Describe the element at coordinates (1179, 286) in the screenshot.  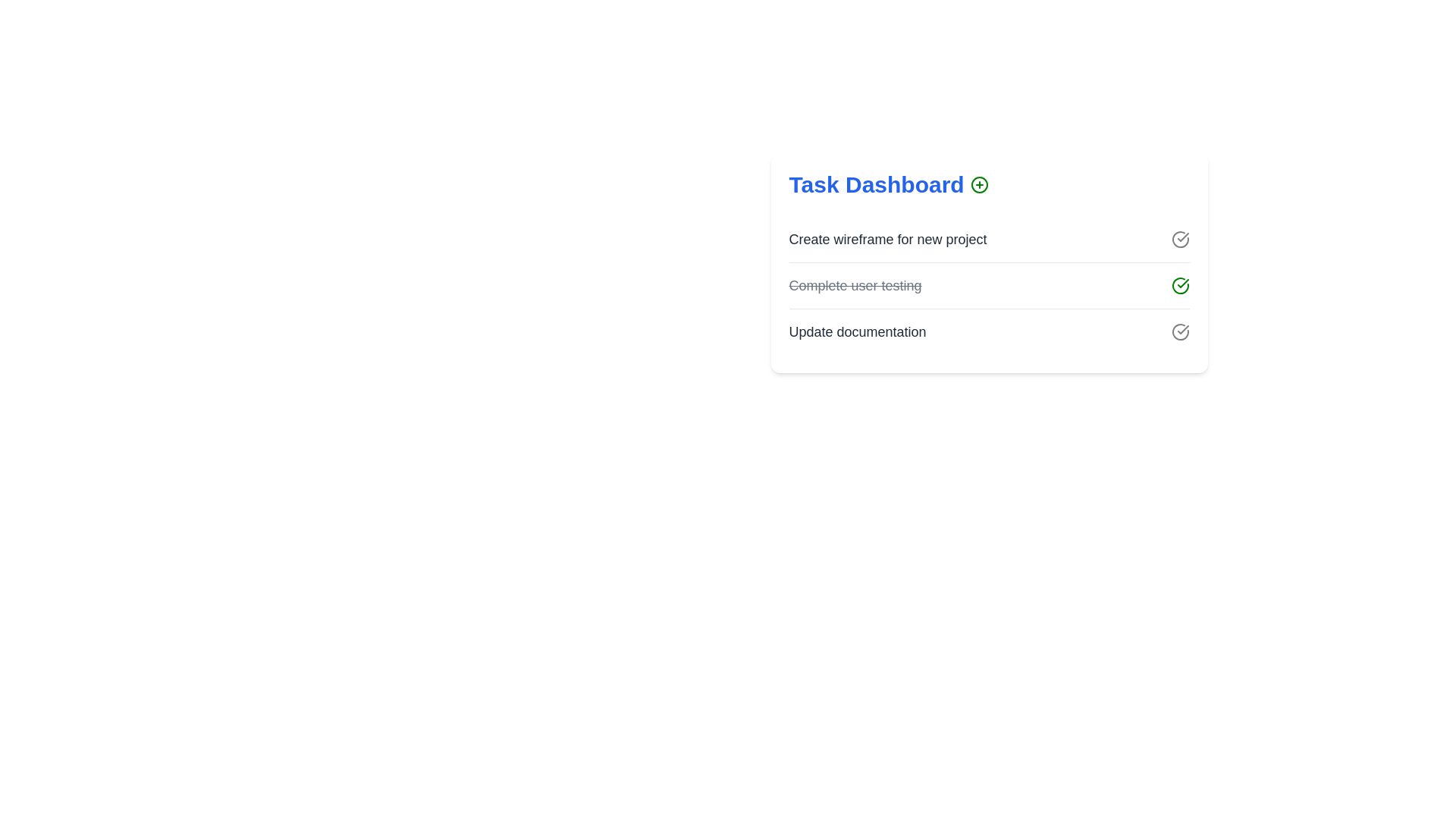
I see `checkmark icon next to the task labeled 'Complete user testing' to toggle its completion status` at that location.